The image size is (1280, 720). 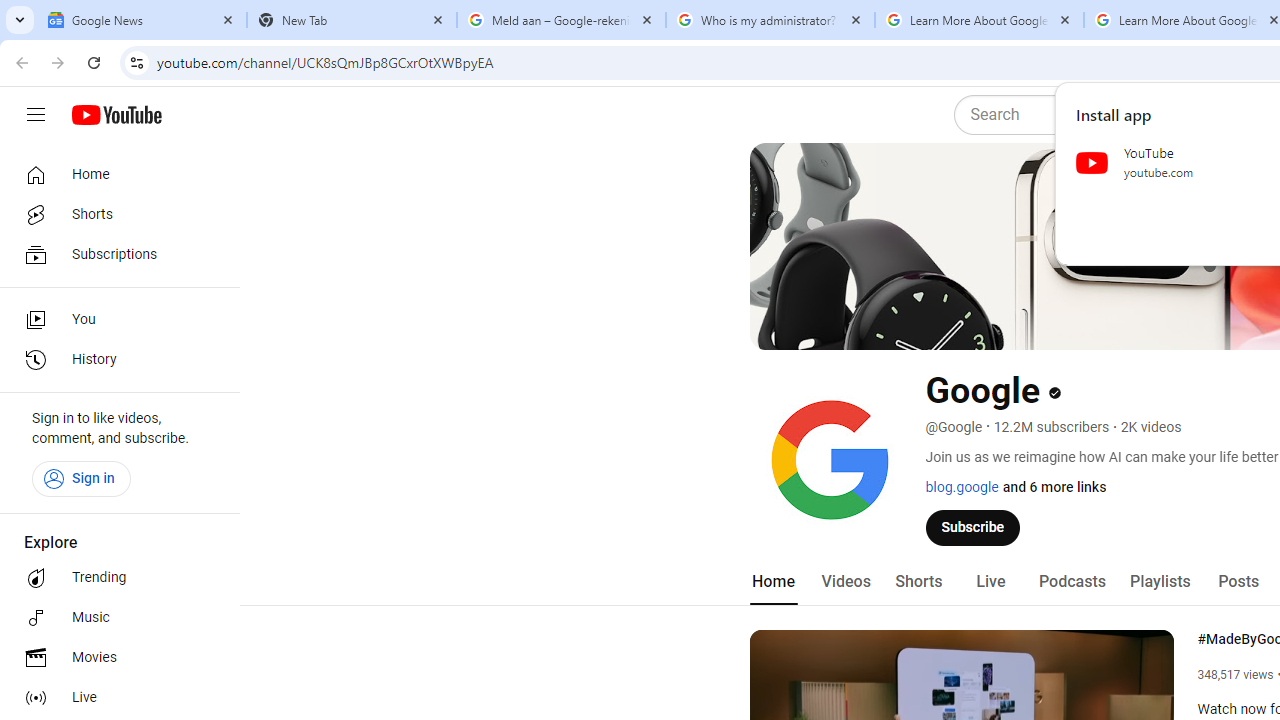 I want to click on 'Videos', so click(x=845, y=581).